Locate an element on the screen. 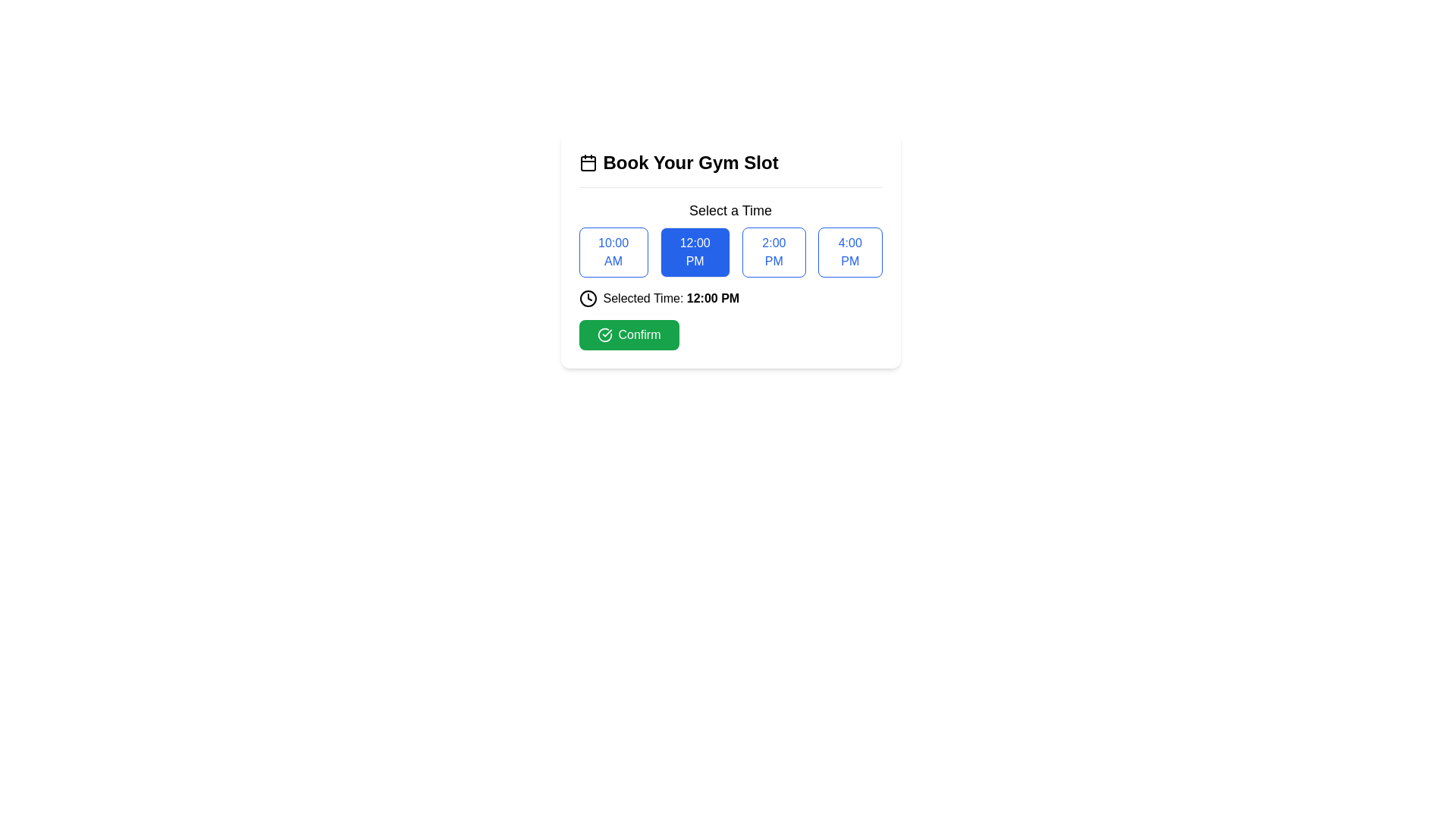  the button displaying '4:00 PM', which is the fourth button in a row of four buttons labeled with times is located at coordinates (850, 251).